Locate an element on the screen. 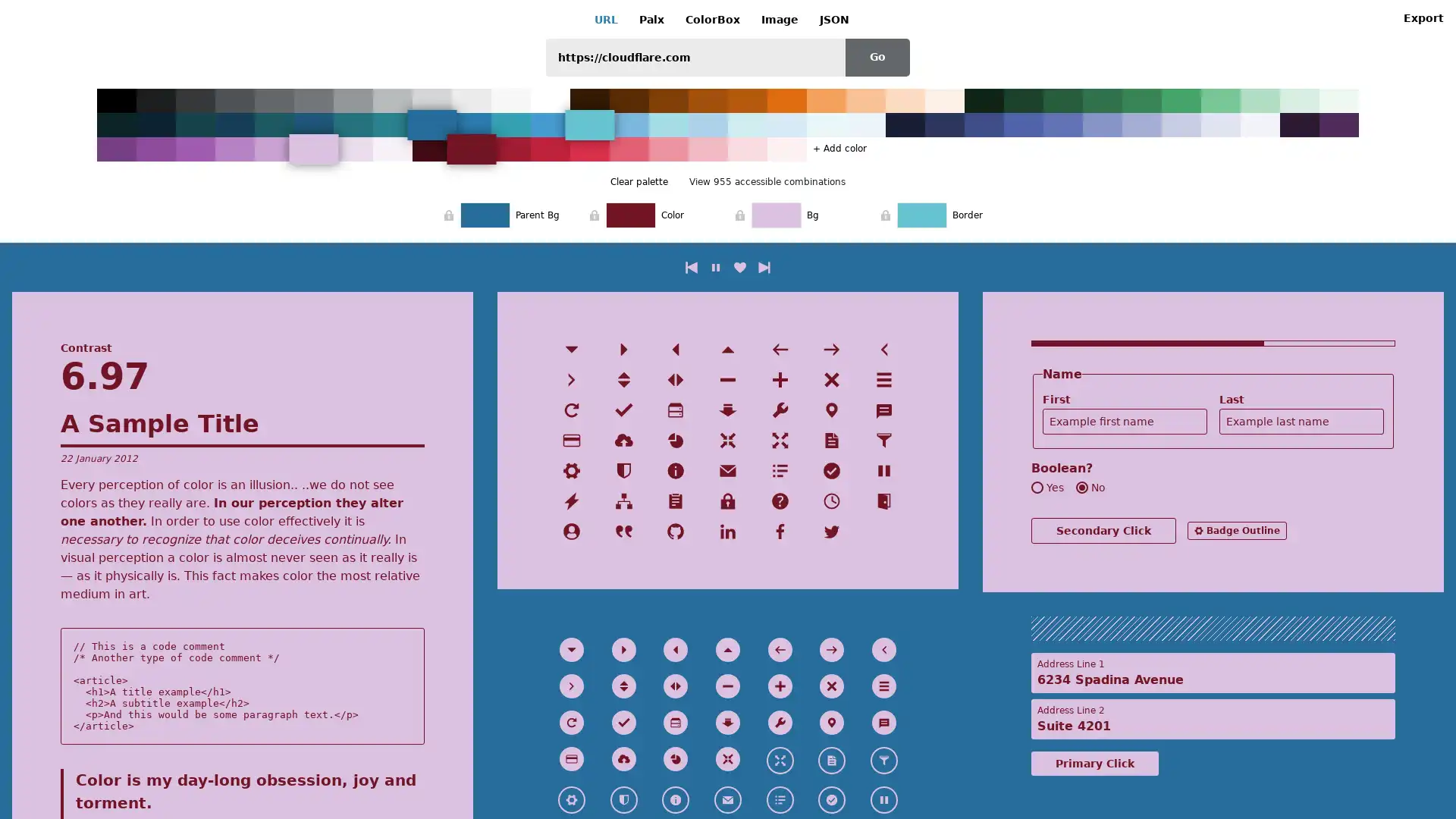 The height and width of the screenshot is (819, 1456). Clear palette is located at coordinates (639, 180).